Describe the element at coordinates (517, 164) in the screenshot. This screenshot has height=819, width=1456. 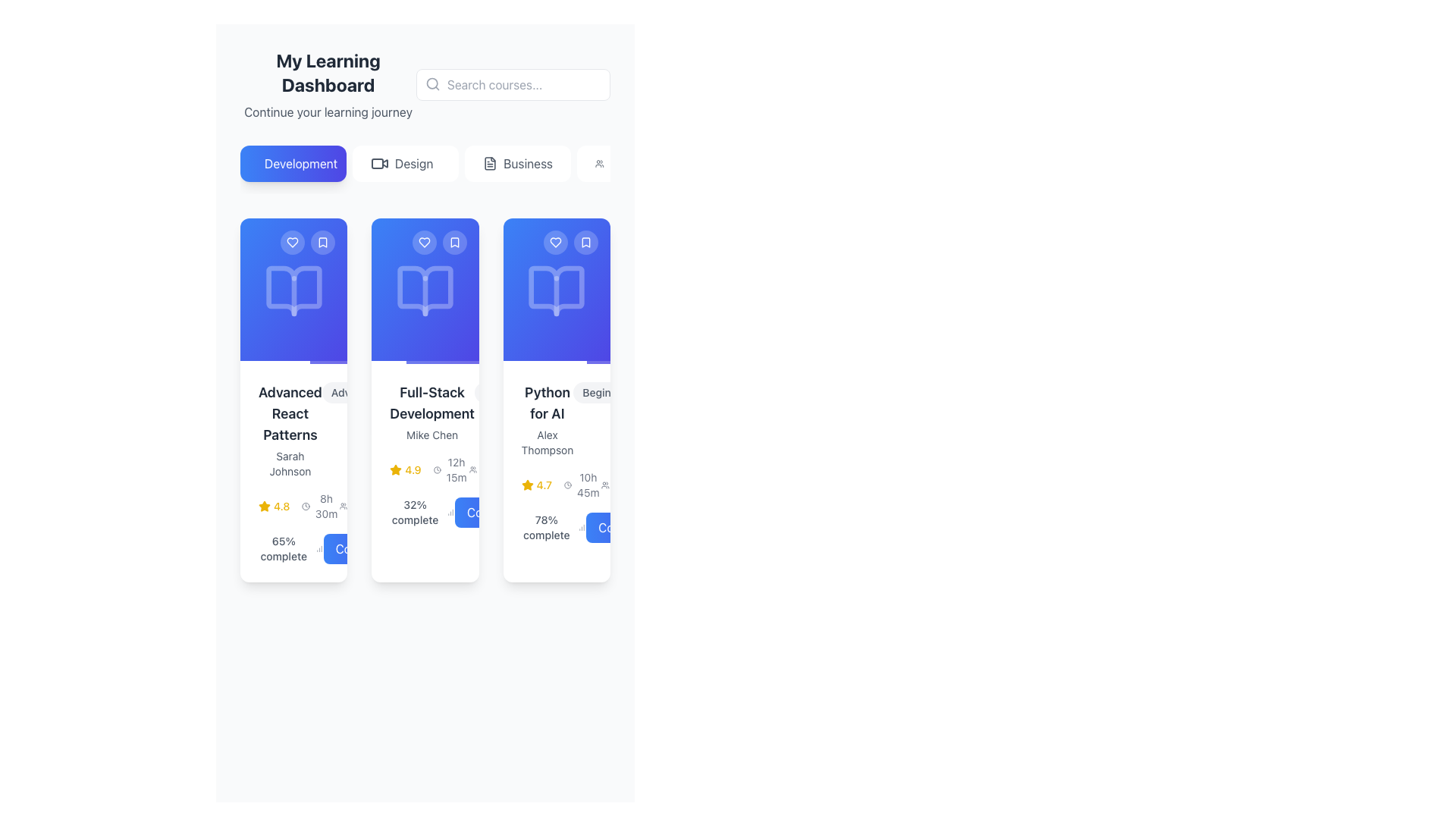
I see `the 'Business' button, which is a rectangular button with rounded corners, white background, and gray text, located below the heading 'My Learning Dashboard' and positioned between 'Design' and 'Marketing'` at that location.